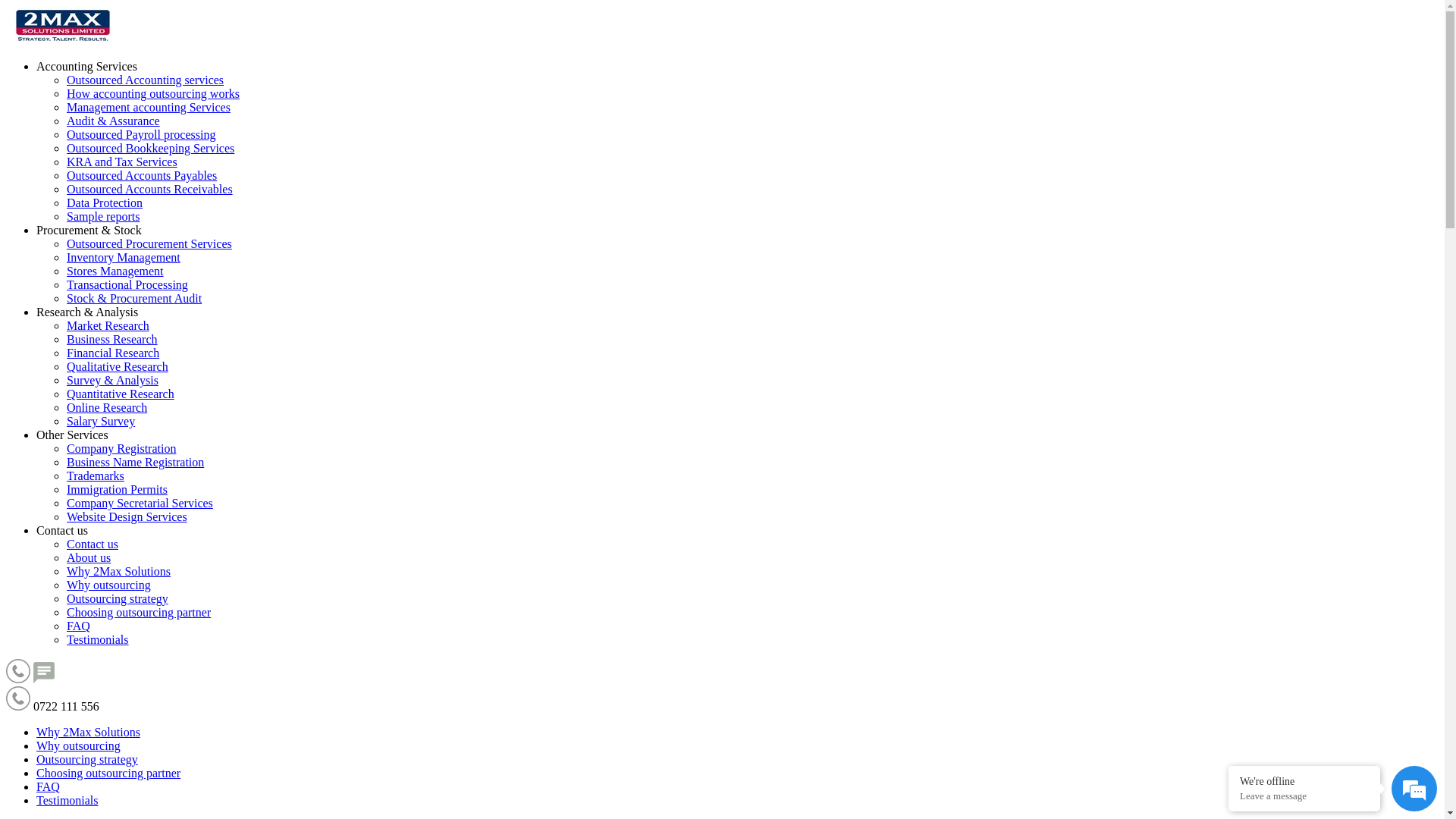 This screenshot has height=819, width=1456. Describe the element at coordinates (120, 447) in the screenshot. I see `'Company Registration'` at that location.